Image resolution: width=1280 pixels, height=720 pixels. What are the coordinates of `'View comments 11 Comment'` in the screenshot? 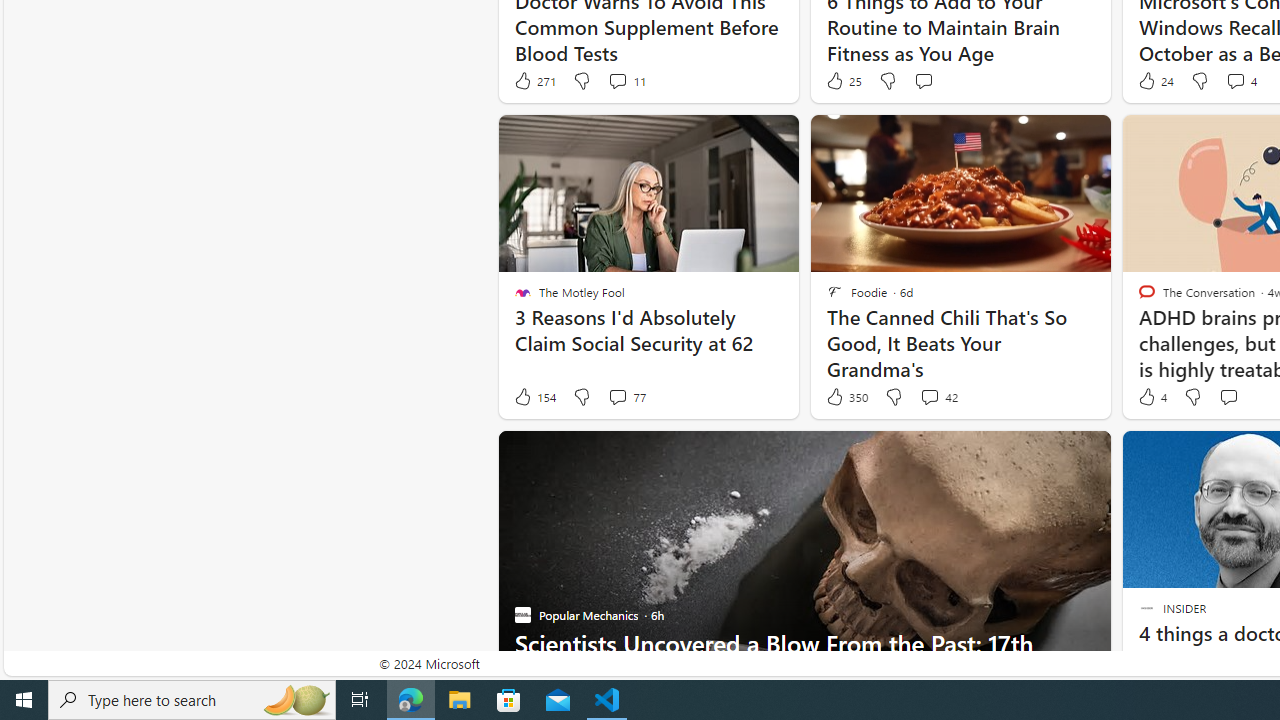 It's located at (625, 80).